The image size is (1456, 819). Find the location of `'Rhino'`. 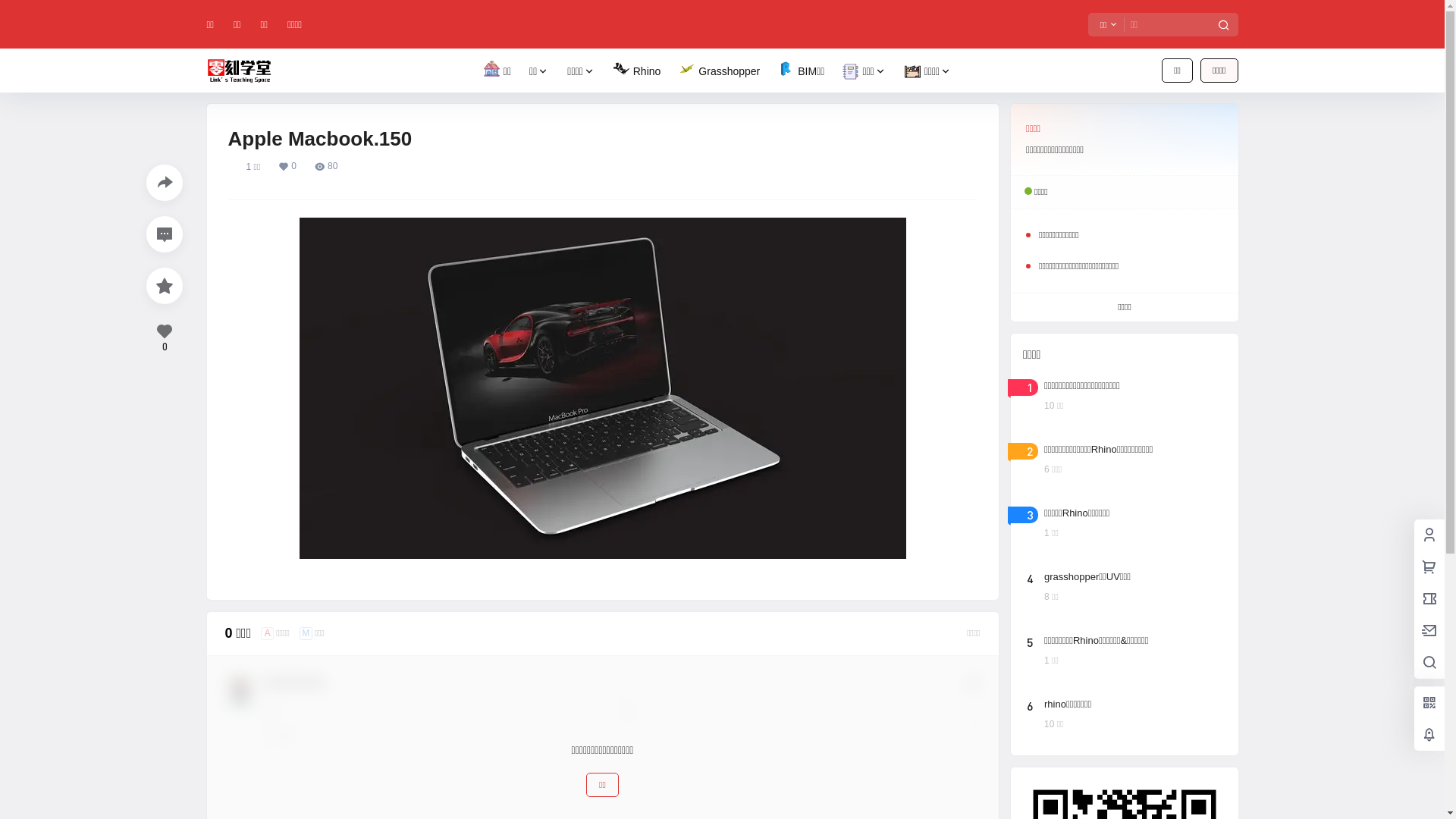

'Rhino' is located at coordinates (637, 71).